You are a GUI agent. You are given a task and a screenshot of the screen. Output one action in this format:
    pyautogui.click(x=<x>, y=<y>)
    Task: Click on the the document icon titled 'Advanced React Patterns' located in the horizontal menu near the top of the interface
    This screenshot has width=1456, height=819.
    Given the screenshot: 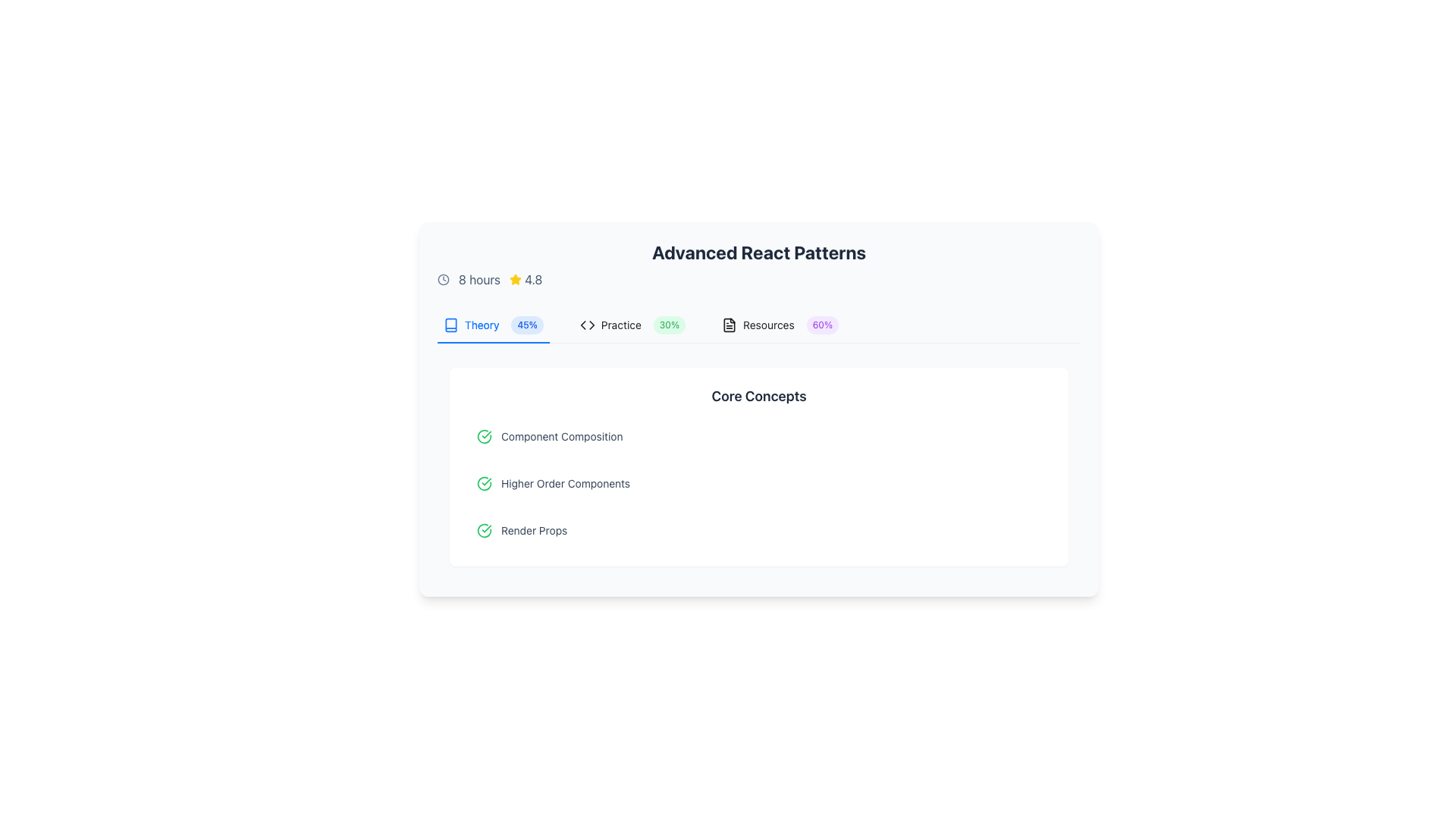 What is the action you would take?
    pyautogui.click(x=730, y=324)
    